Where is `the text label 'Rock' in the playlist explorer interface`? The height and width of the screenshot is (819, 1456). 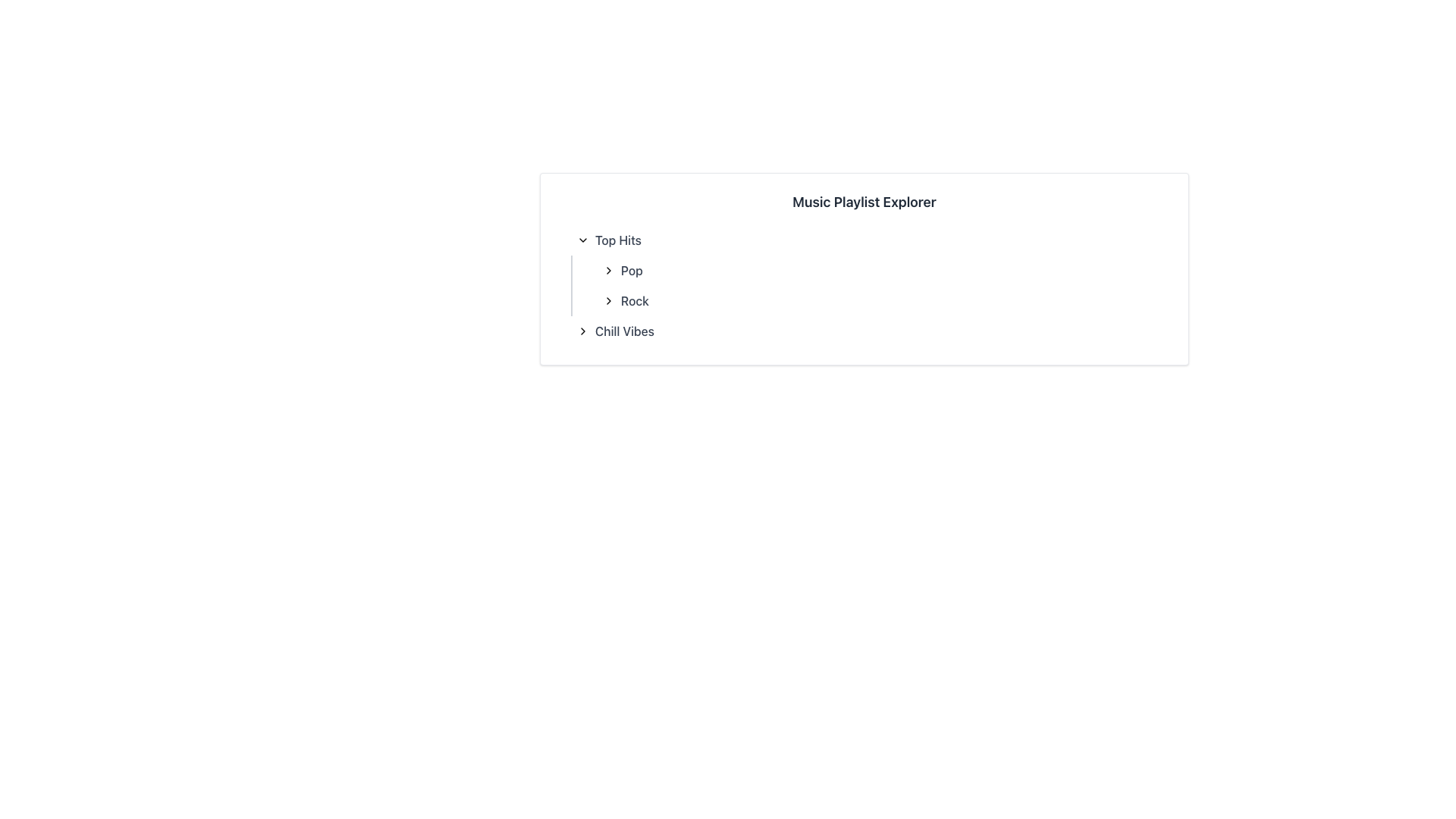 the text label 'Rock' in the playlist explorer interface is located at coordinates (635, 301).